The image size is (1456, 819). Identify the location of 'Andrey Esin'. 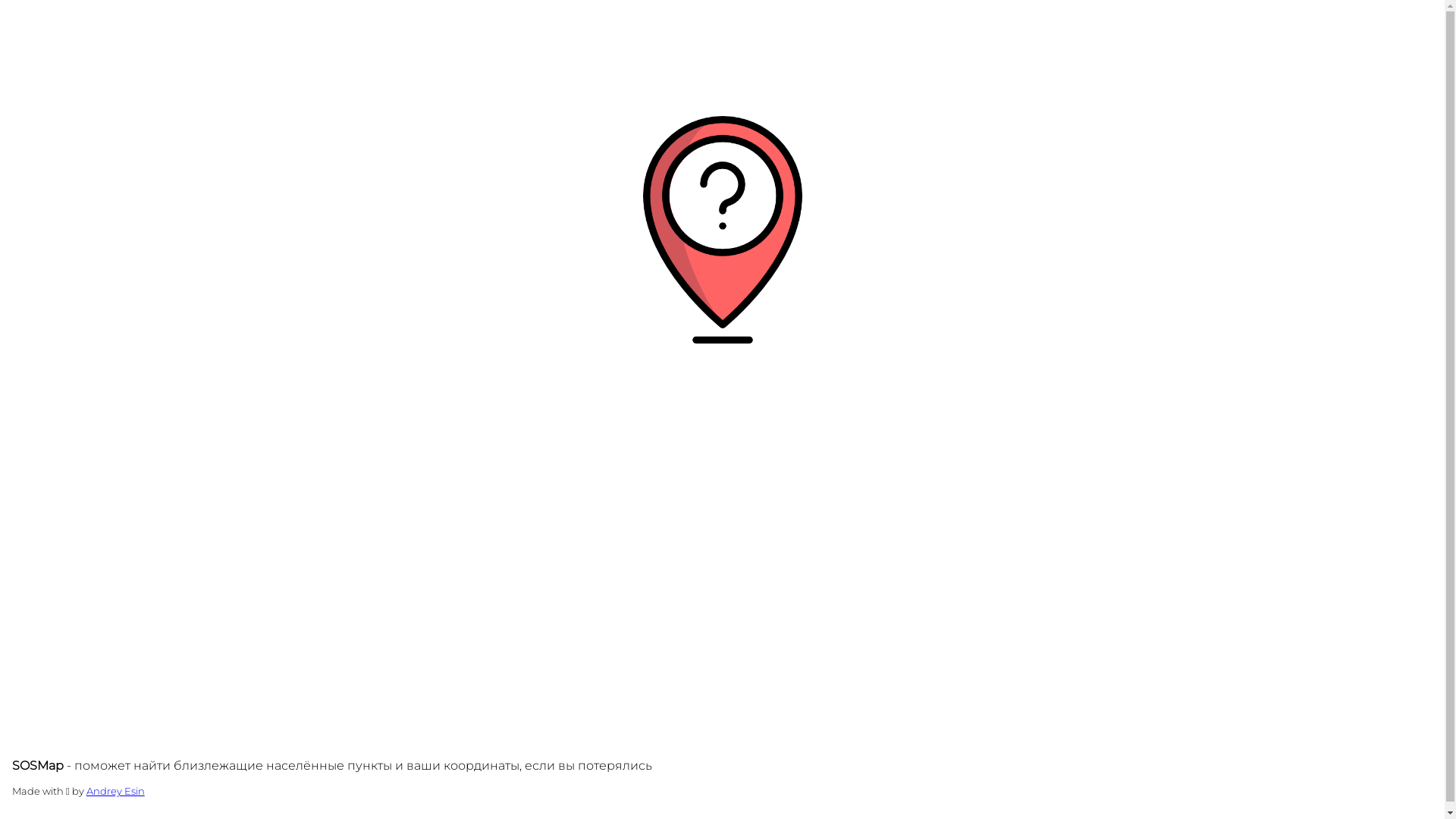
(115, 789).